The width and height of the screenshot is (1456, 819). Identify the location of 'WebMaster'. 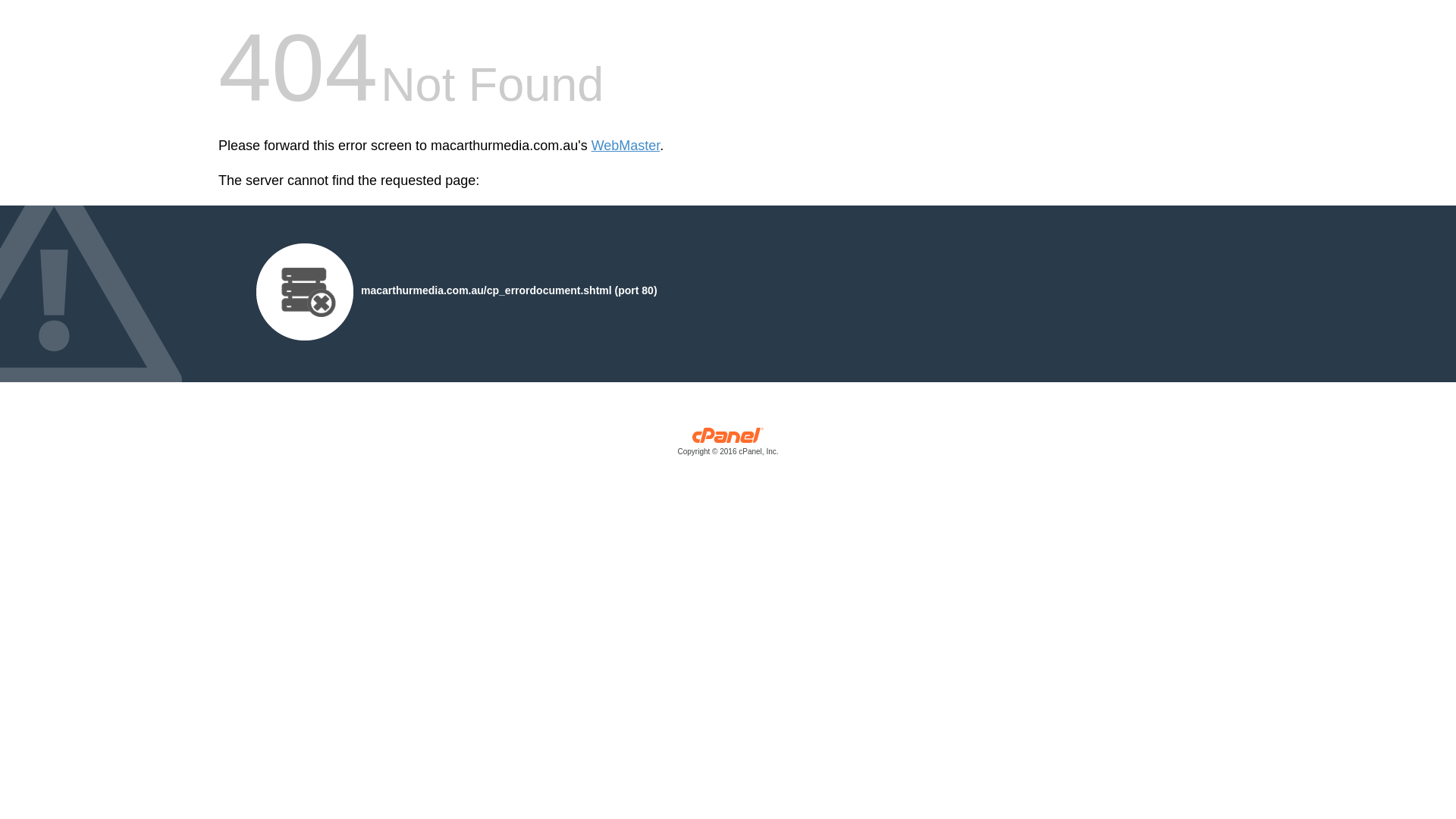
(626, 146).